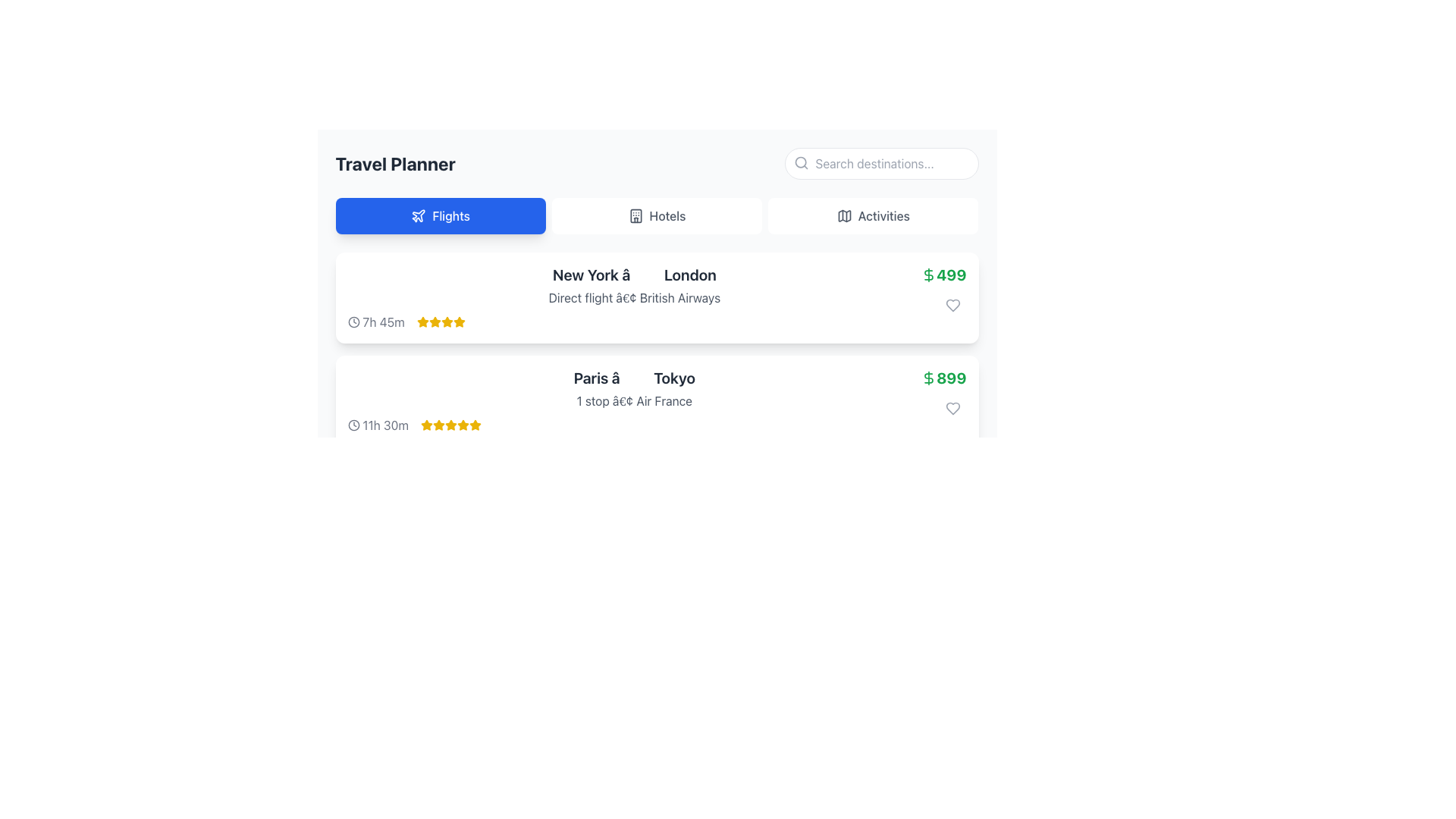  I want to click on the third yellow star-shaped icon in the rating component of the flight option, located in the lower card of the interface, so click(450, 425).